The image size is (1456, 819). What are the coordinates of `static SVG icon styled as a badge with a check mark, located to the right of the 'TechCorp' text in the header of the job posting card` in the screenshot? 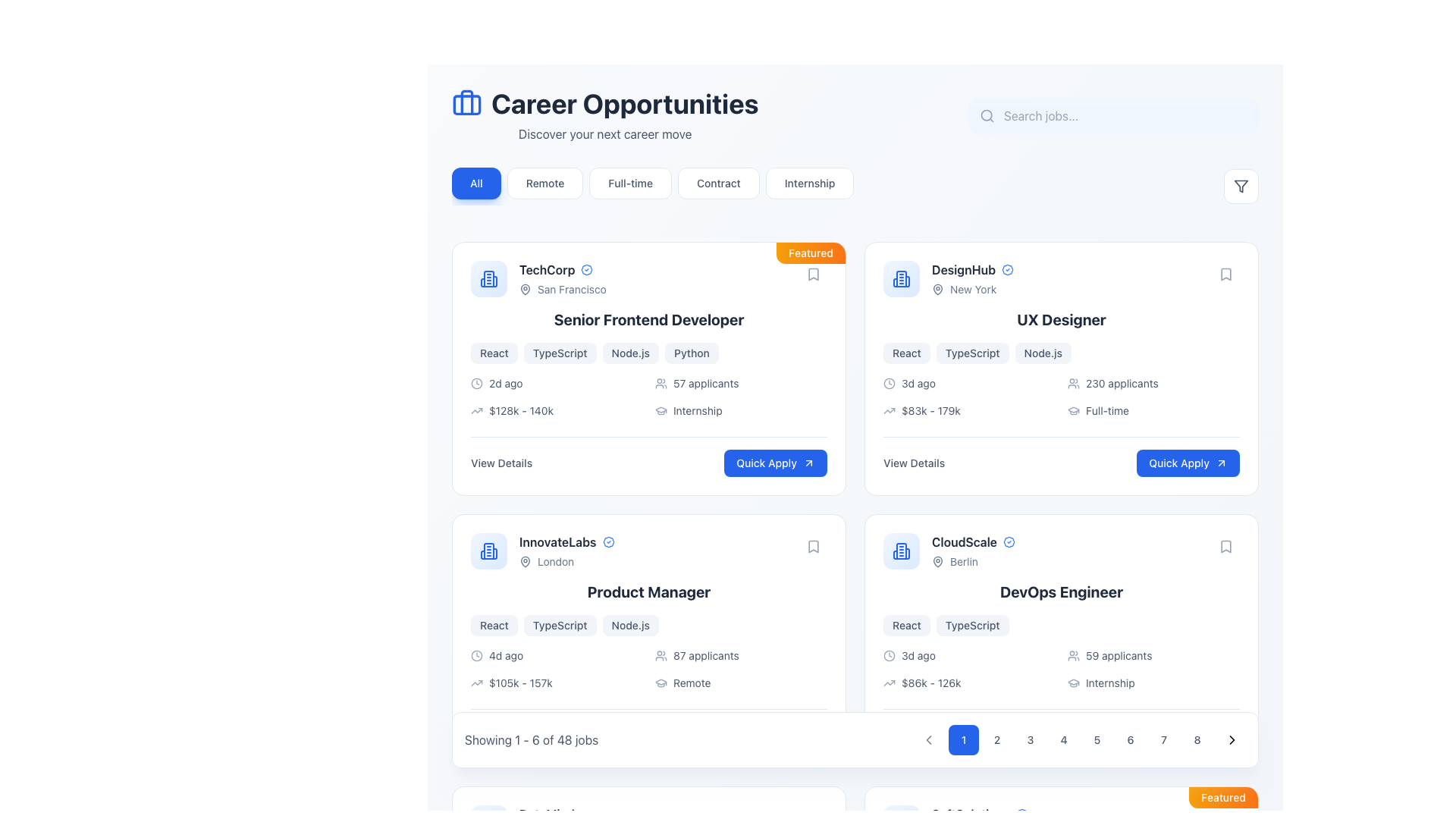 It's located at (586, 268).